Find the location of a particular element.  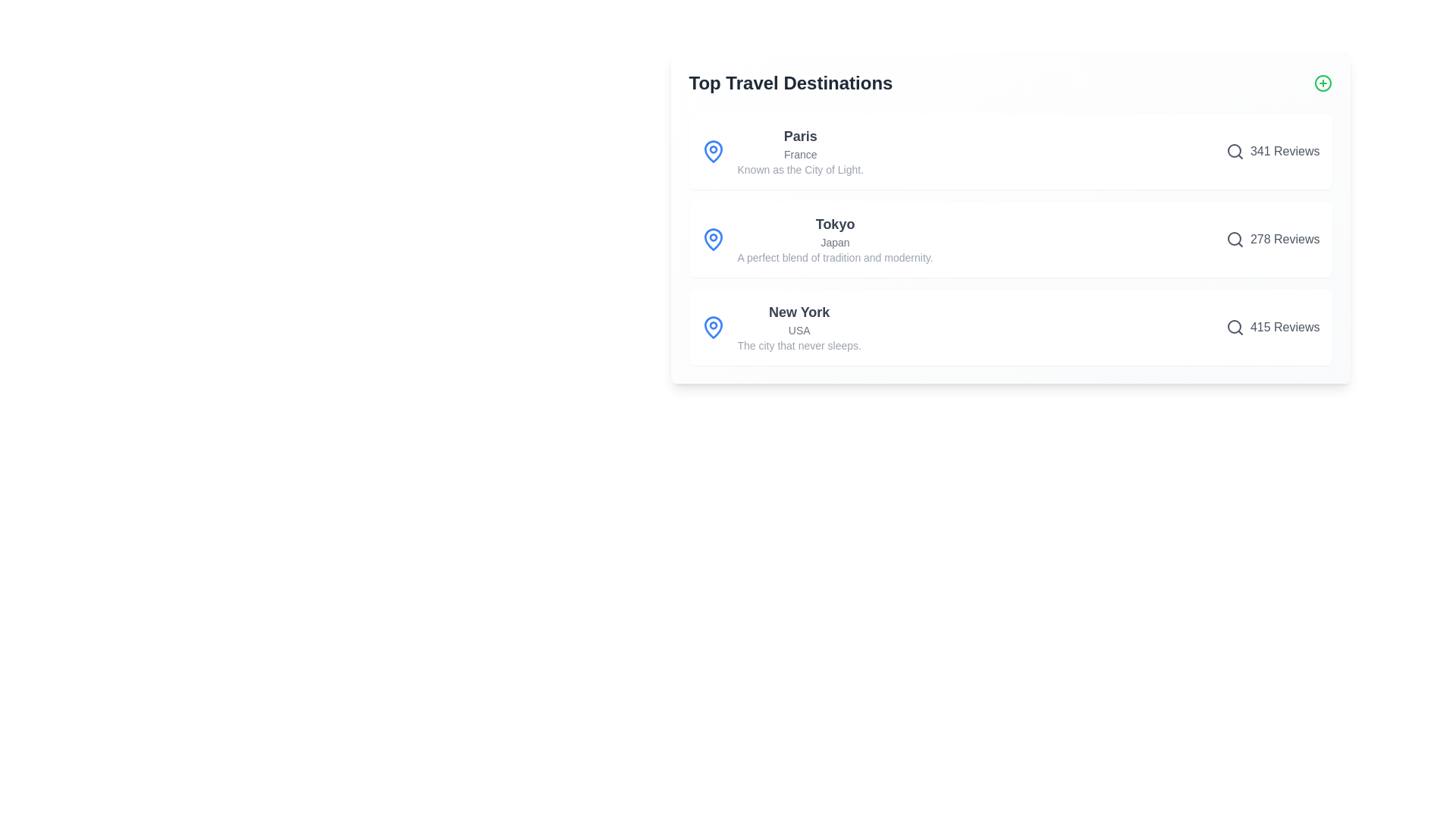

search icon for the destination Paris is located at coordinates (1235, 152).